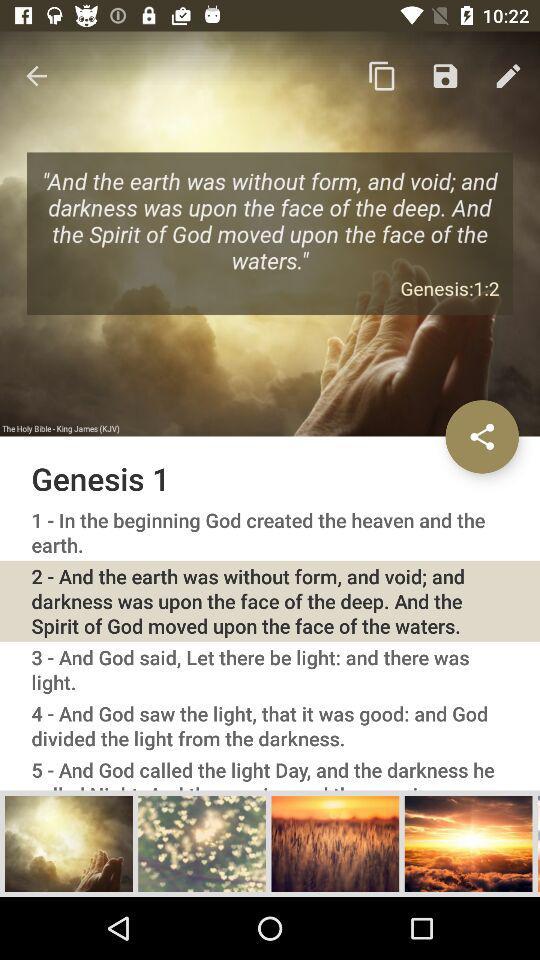 The image size is (540, 960). Describe the element at coordinates (481, 436) in the screenshot. I see `share article` at that location.